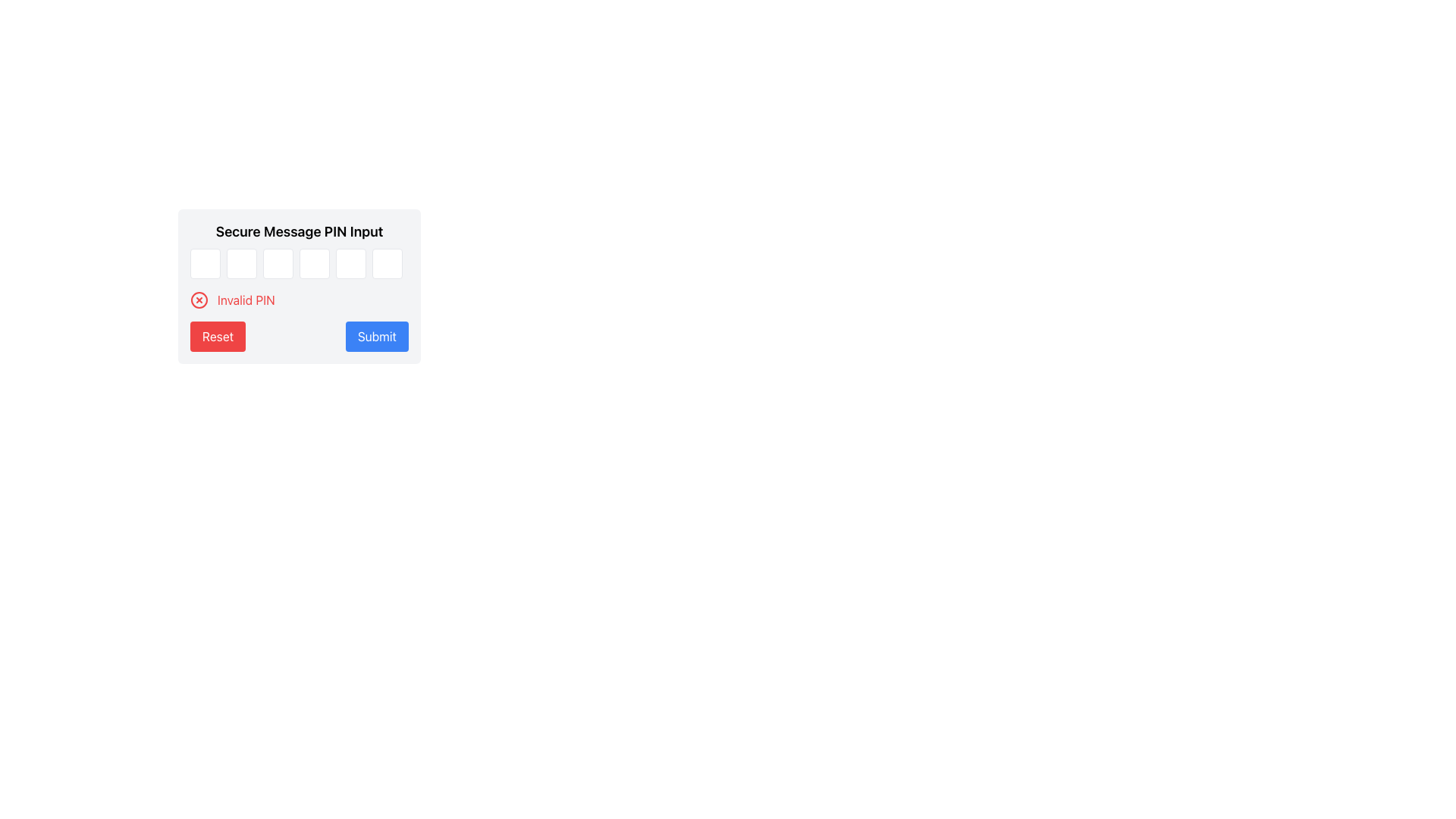  What do you see at coordinates (199, 300) in the screenshot?
I see `the error indication SVG graphic (circle with 'X' mark) located to the left of the 'Invalid PIN' text in the error notification area` at bounding box center [199, 300].